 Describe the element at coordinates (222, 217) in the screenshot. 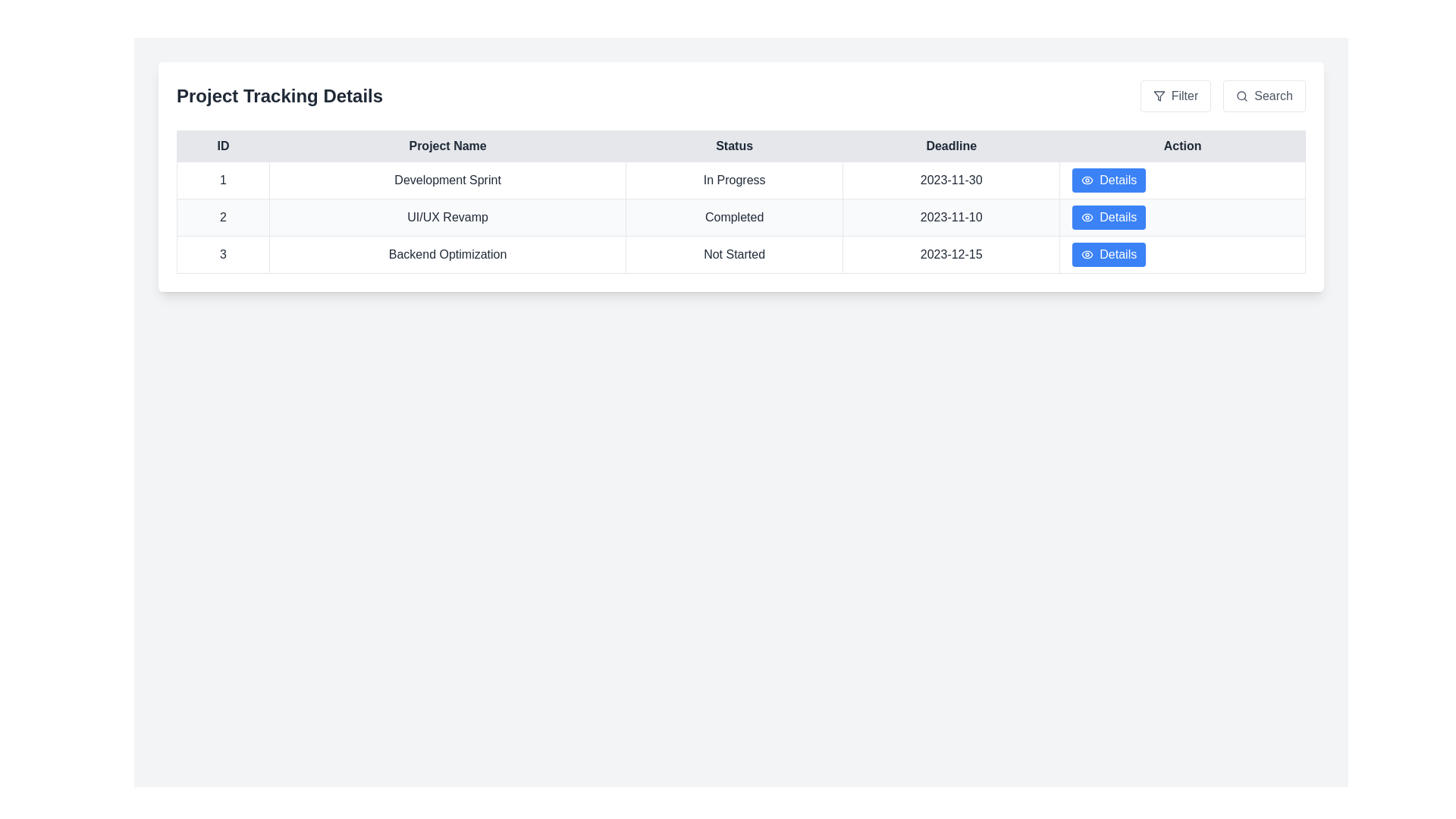

I see `the static text label displaying the number '2', which is located in the first column of the second row within the 'Project Tracking Details' table, identifying the 'UI/UX Revamp' project` at that location.